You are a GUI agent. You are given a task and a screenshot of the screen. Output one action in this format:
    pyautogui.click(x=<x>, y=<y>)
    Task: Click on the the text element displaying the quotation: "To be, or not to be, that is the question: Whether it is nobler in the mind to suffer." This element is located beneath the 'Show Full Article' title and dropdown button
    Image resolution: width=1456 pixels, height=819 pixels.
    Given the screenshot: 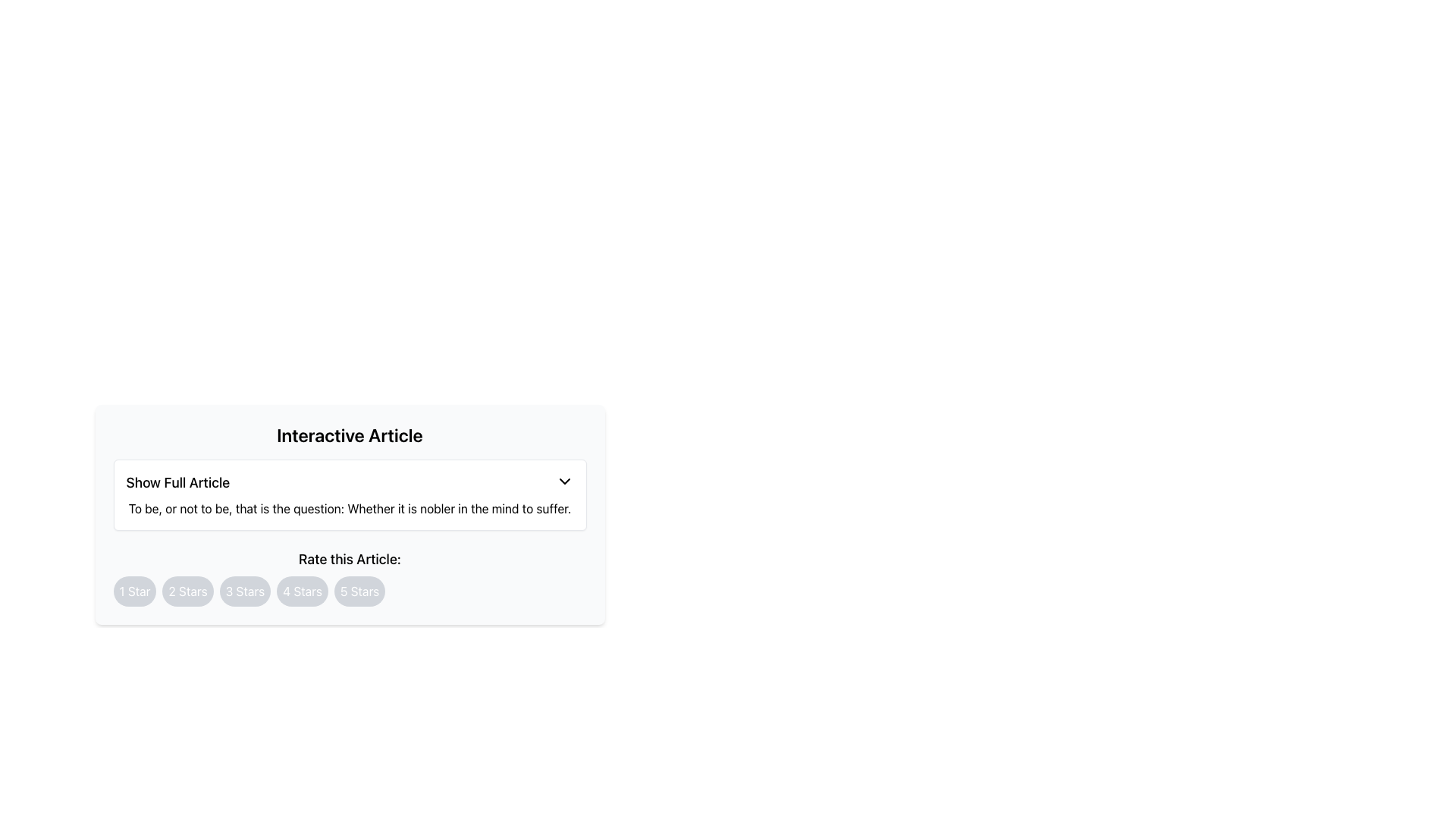 What is the action you would take?
    pyautogui.click(x=349, y=509)
    